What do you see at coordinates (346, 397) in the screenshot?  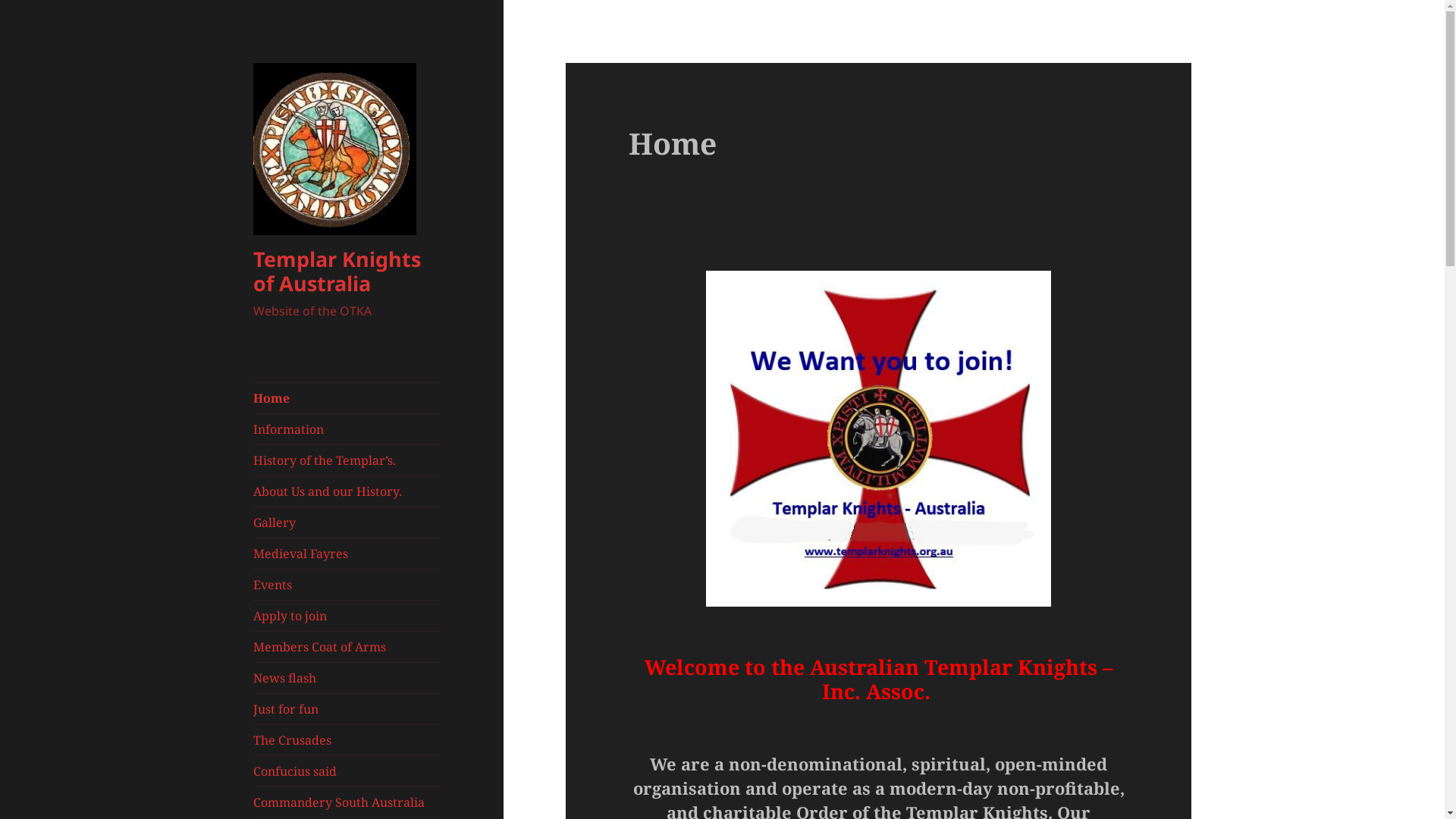 I see `'Home'` at bounding box center [346, 397].